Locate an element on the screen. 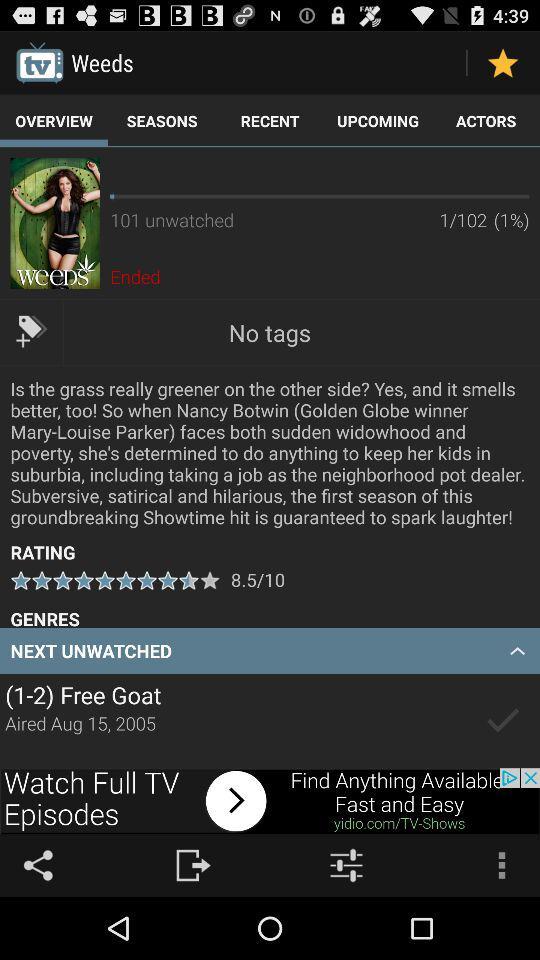 This screenshot has width=540, height=960. favorite is located at coordinates (502, 62).